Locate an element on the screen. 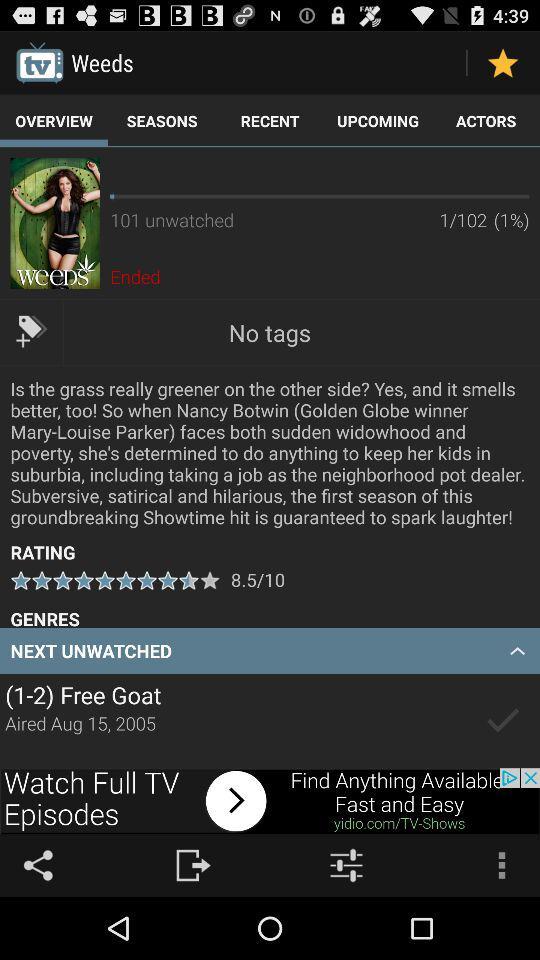 This screenshot has width=540, height=960. favorite is located at coordinates (502, 62).